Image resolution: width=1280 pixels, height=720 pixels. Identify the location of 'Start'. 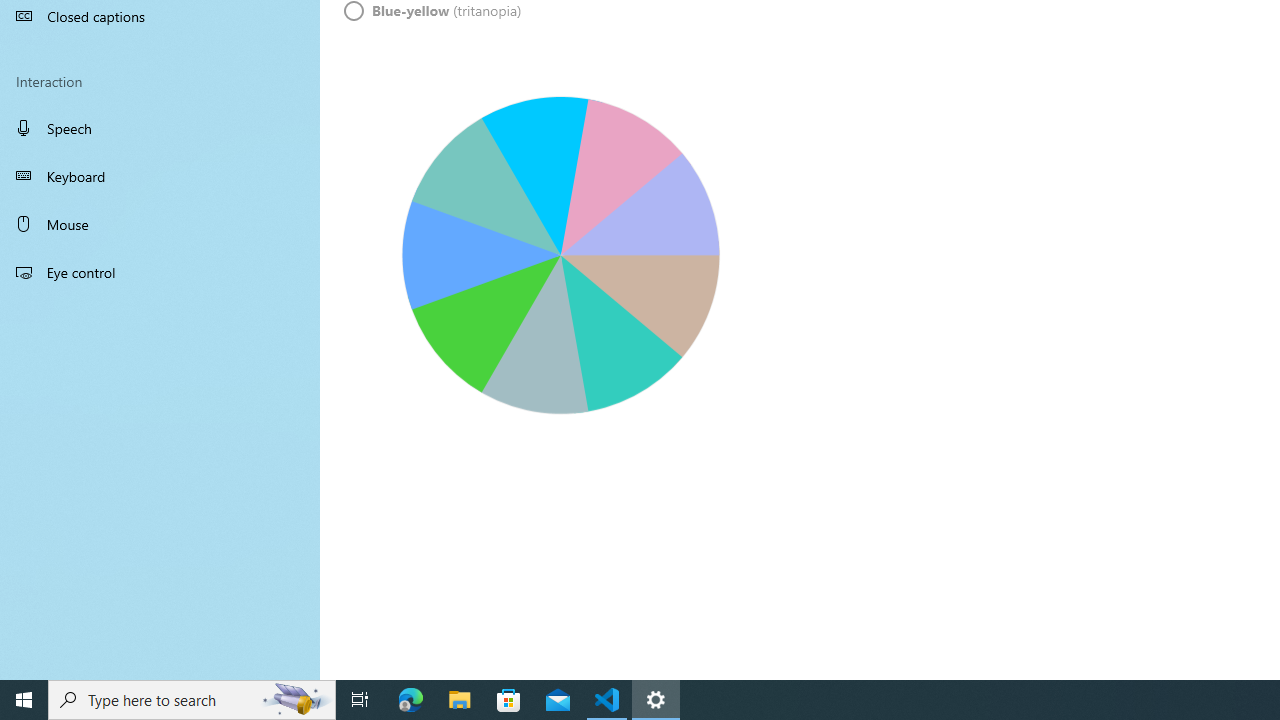
(24, 698).